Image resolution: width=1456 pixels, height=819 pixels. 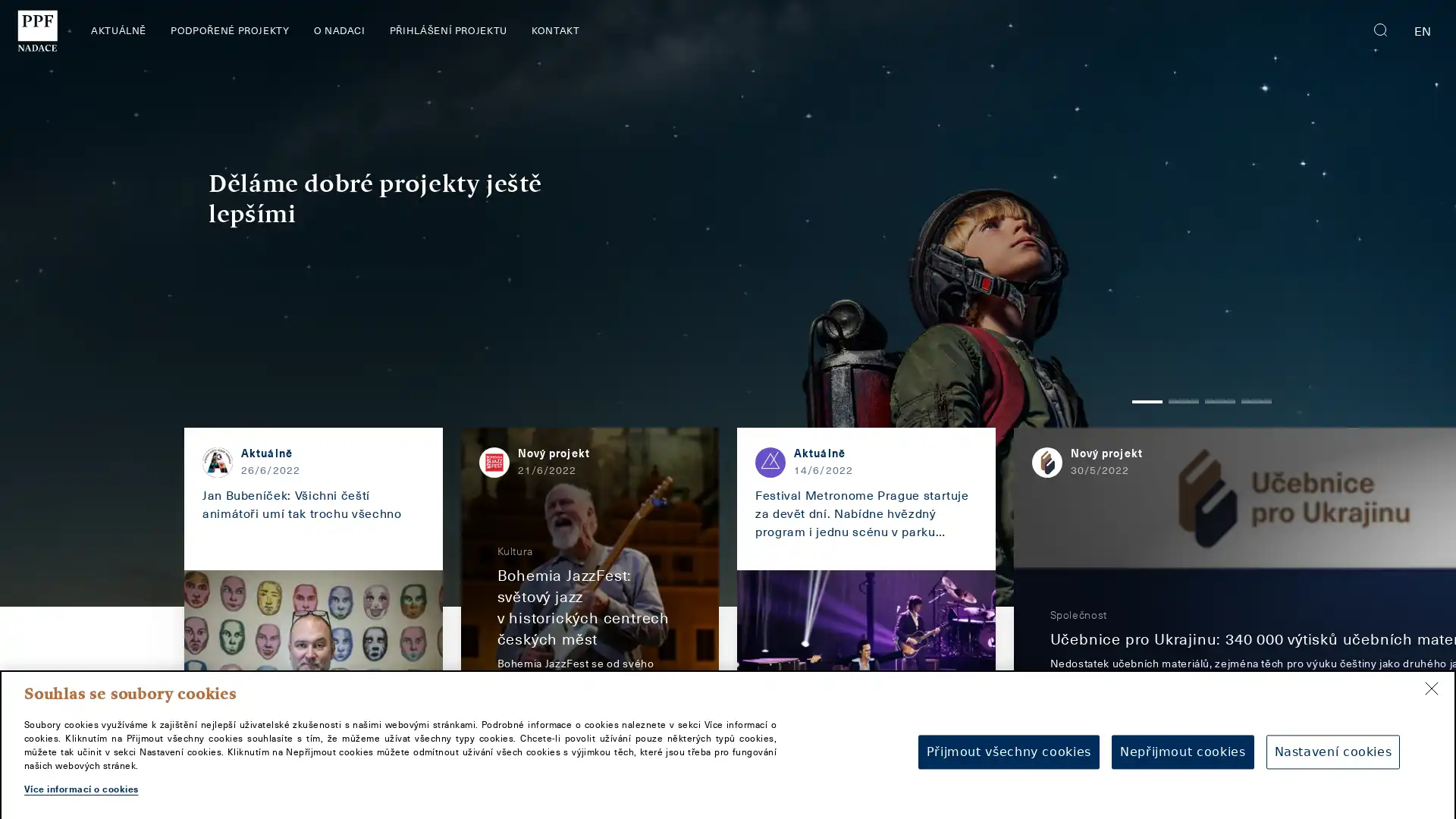 What do you see at coordinates (1181, 742) in the screenshot?
I see `Neprijmout cookies` at bounding box center [1181, 742].